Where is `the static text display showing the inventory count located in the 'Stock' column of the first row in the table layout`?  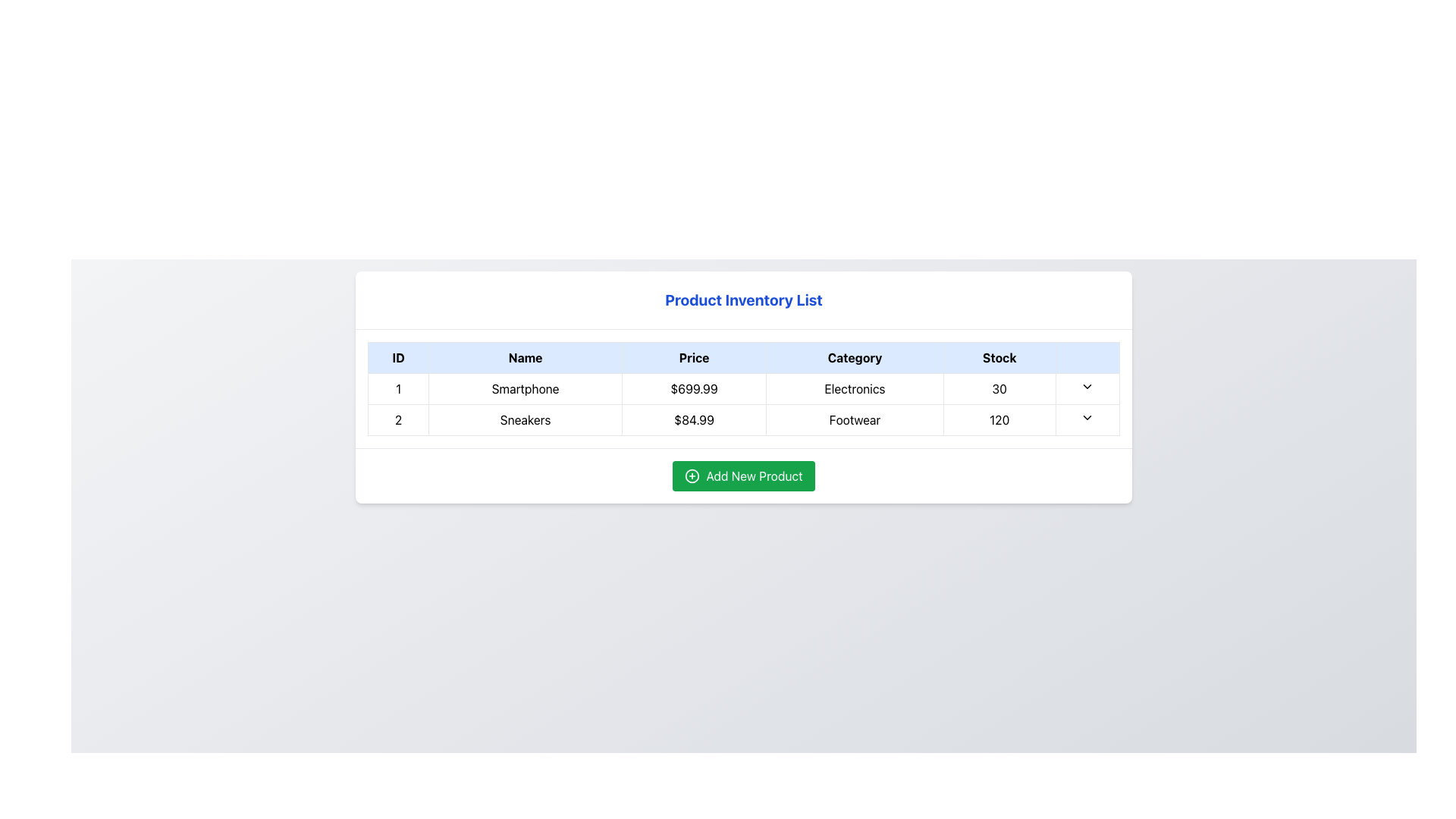
the static text display showing the inventory count located in the 'Stock' column of the first row in the table layout is located at coordinates (999, 388).